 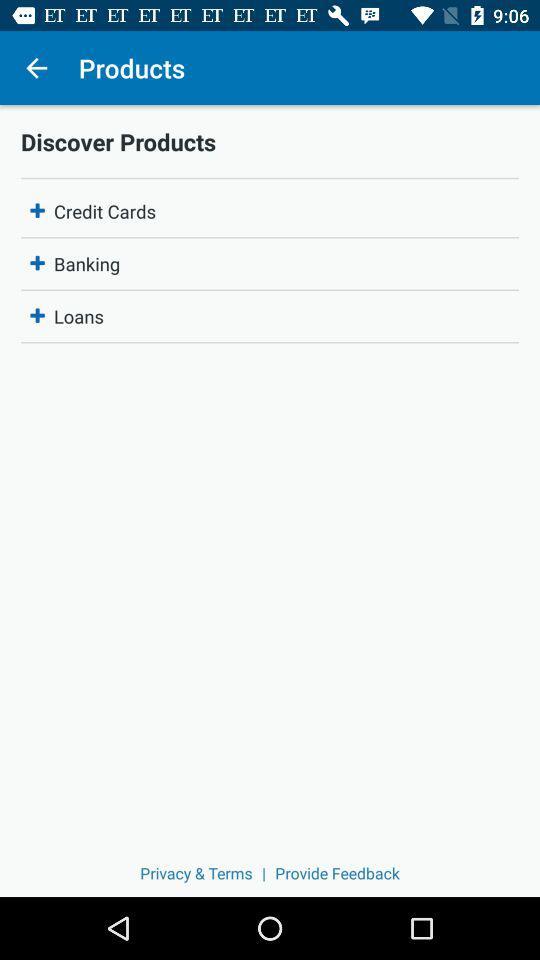 What do you see at coordinates (337, 872) in the screenshot?
I see `the icon to the right of |` at bounding box center [337, 872].